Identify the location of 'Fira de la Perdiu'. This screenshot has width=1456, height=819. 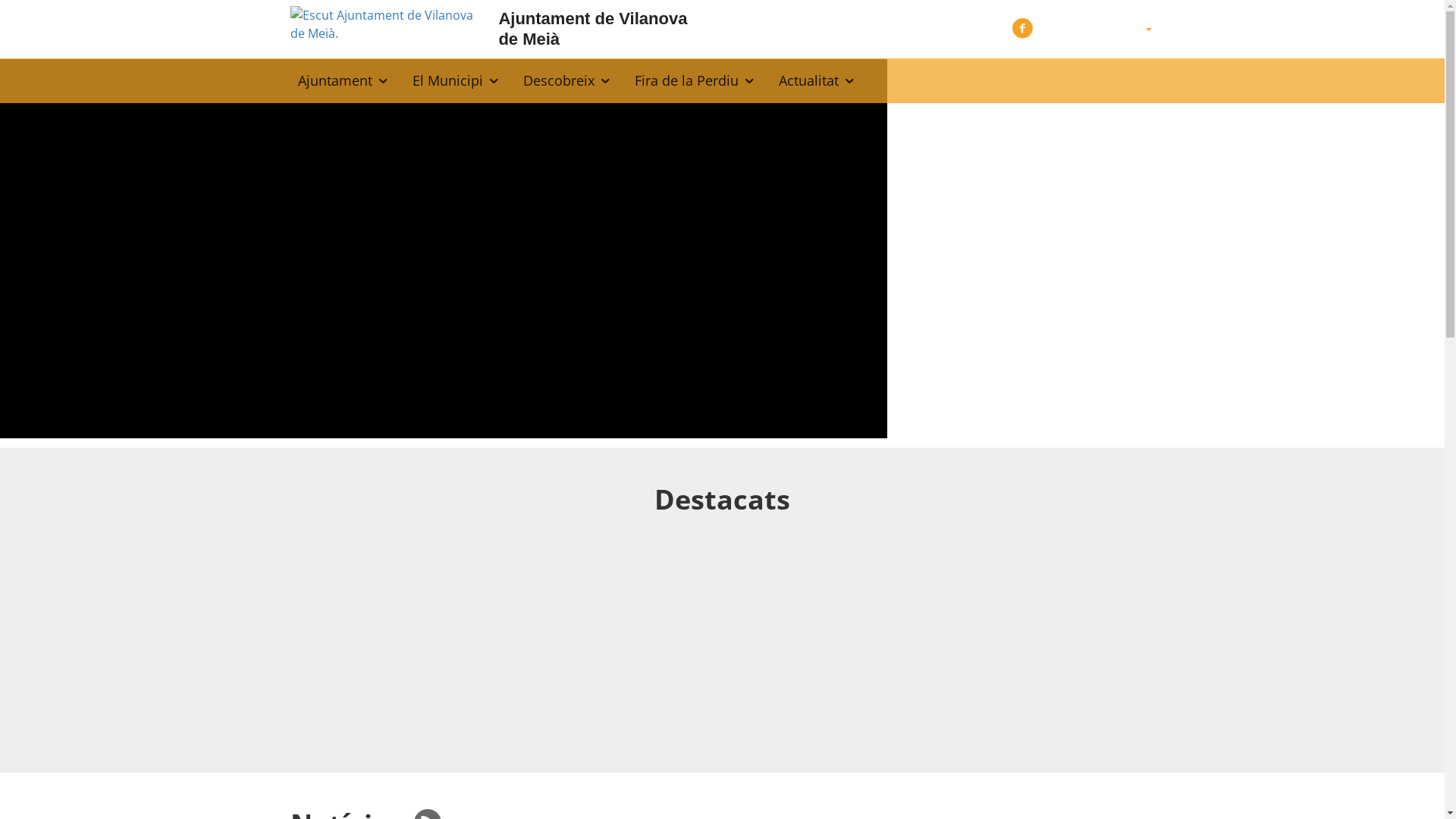
(694, 80).